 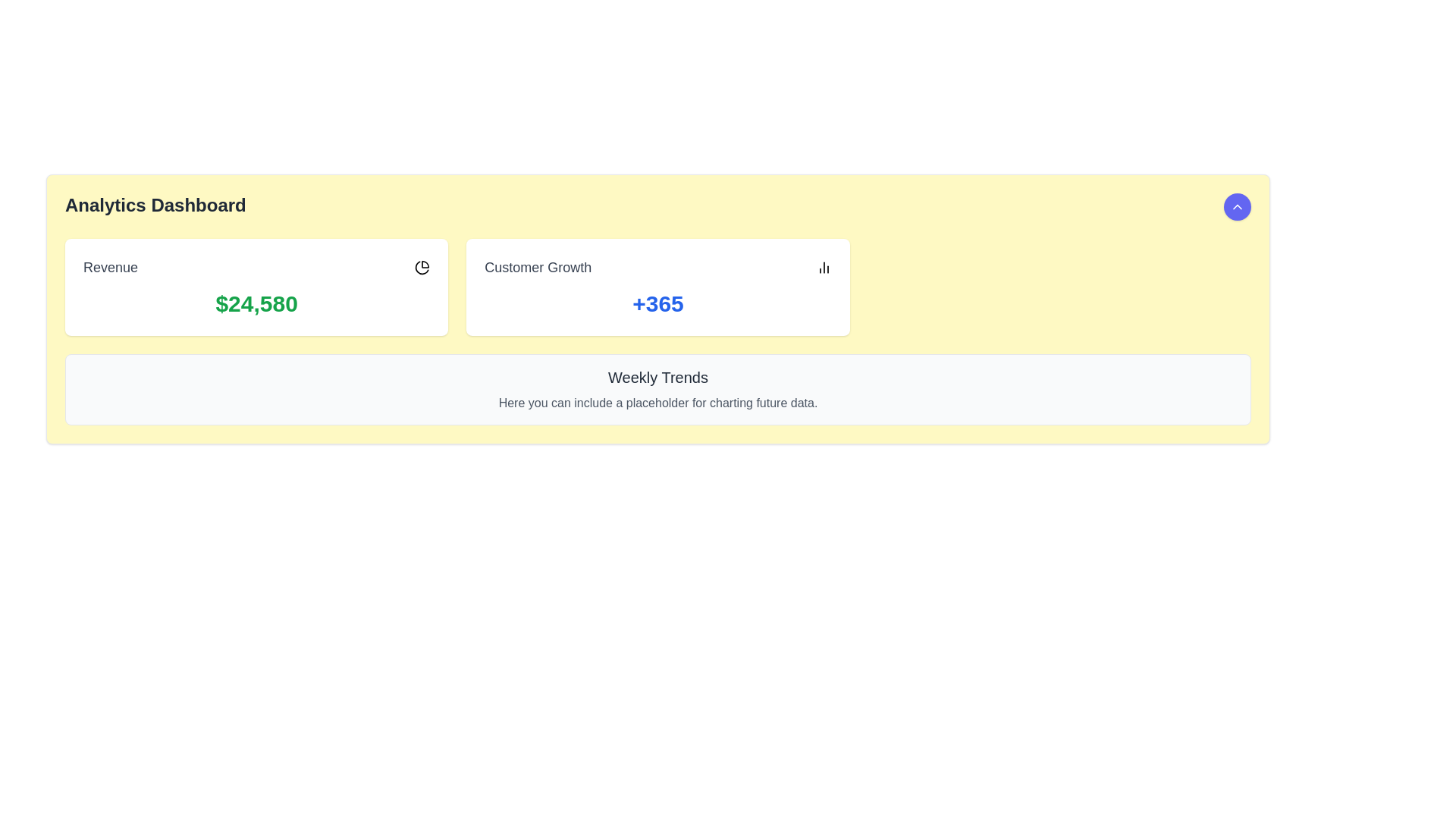 I want to click on the Text label that serves as the title for the revenue metric, positioned at the top left of the card displaying '$24,580', so click(x=110, y=267).